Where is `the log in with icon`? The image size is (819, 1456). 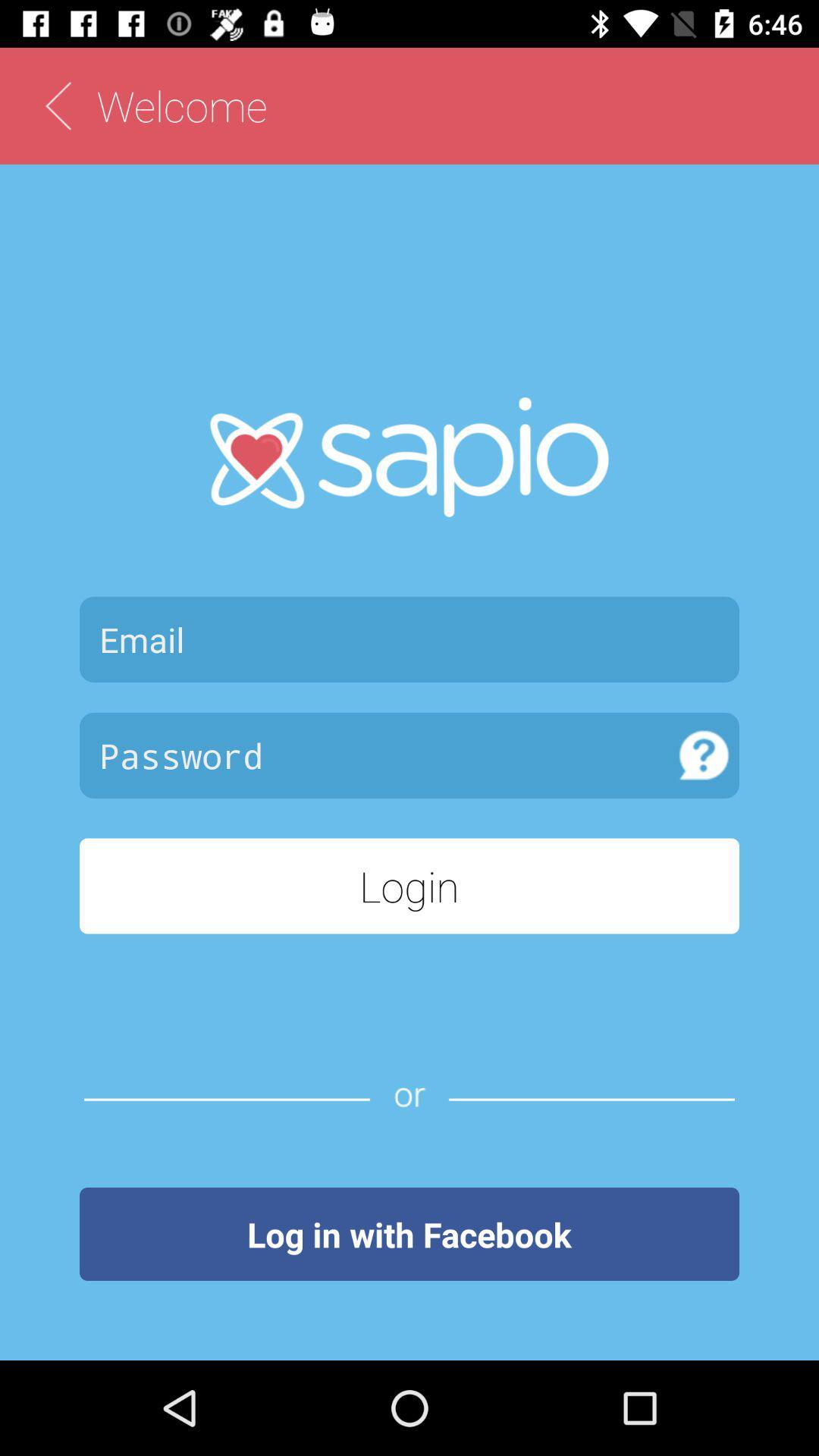
the log in with icon is located at coordinates (409, 1234).